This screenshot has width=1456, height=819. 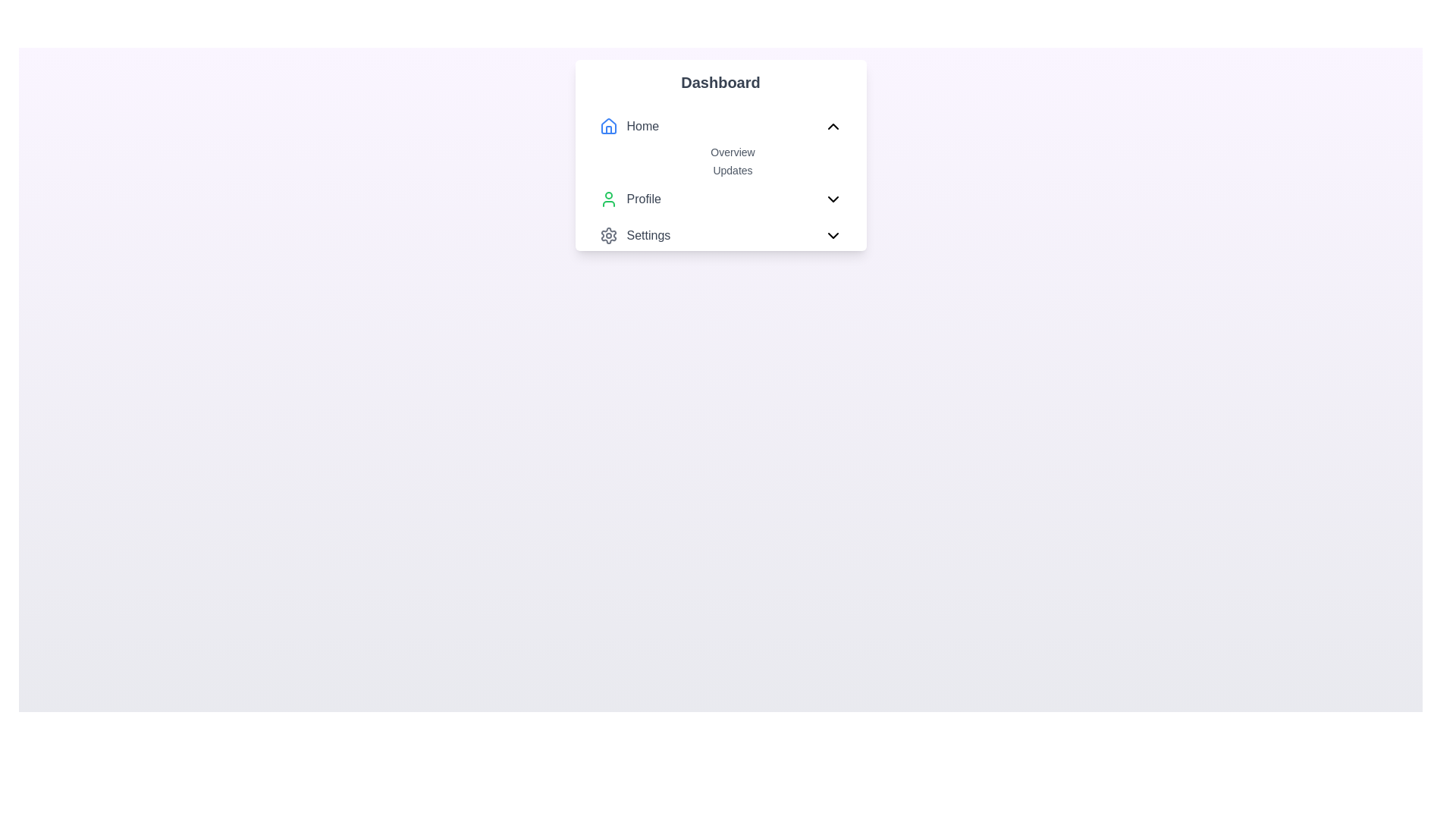 What do you see at coordinates (832, 125) in the screenshot?
I see `the small upward-pointing chevron icon with a black outline located to the right of the 'Home' entry in the navigation menu` at bounding box center [832, 125].